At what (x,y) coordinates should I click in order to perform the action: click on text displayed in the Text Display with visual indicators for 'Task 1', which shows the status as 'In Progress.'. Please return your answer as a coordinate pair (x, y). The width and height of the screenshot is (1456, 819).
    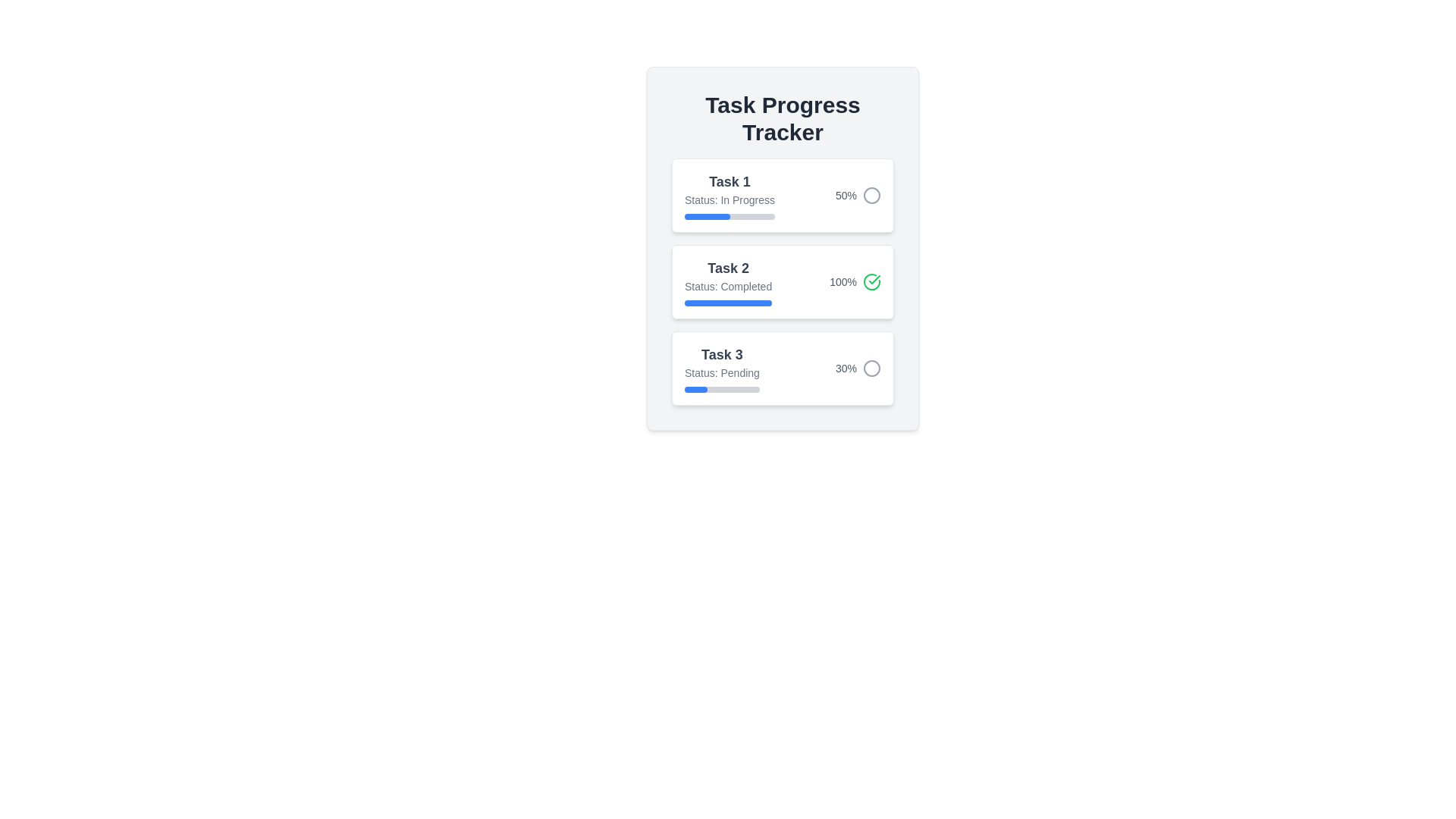
    Looking at the image, I should click on (730, 195).